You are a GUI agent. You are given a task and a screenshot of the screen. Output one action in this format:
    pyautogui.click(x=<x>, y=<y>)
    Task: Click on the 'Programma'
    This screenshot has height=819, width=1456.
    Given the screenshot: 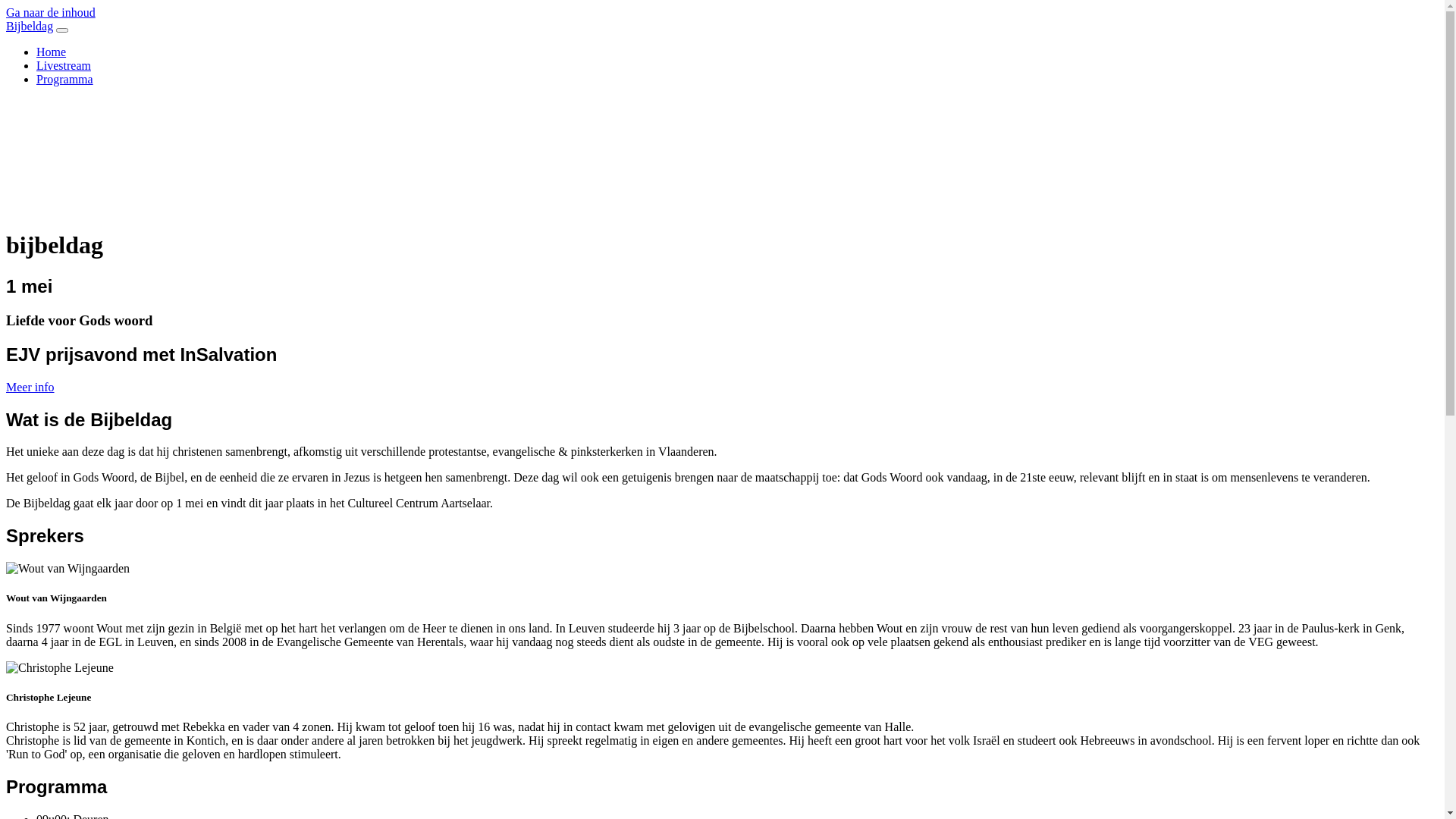 What is the action you would take?
    pyautogui.click(x=64, y=79)
    